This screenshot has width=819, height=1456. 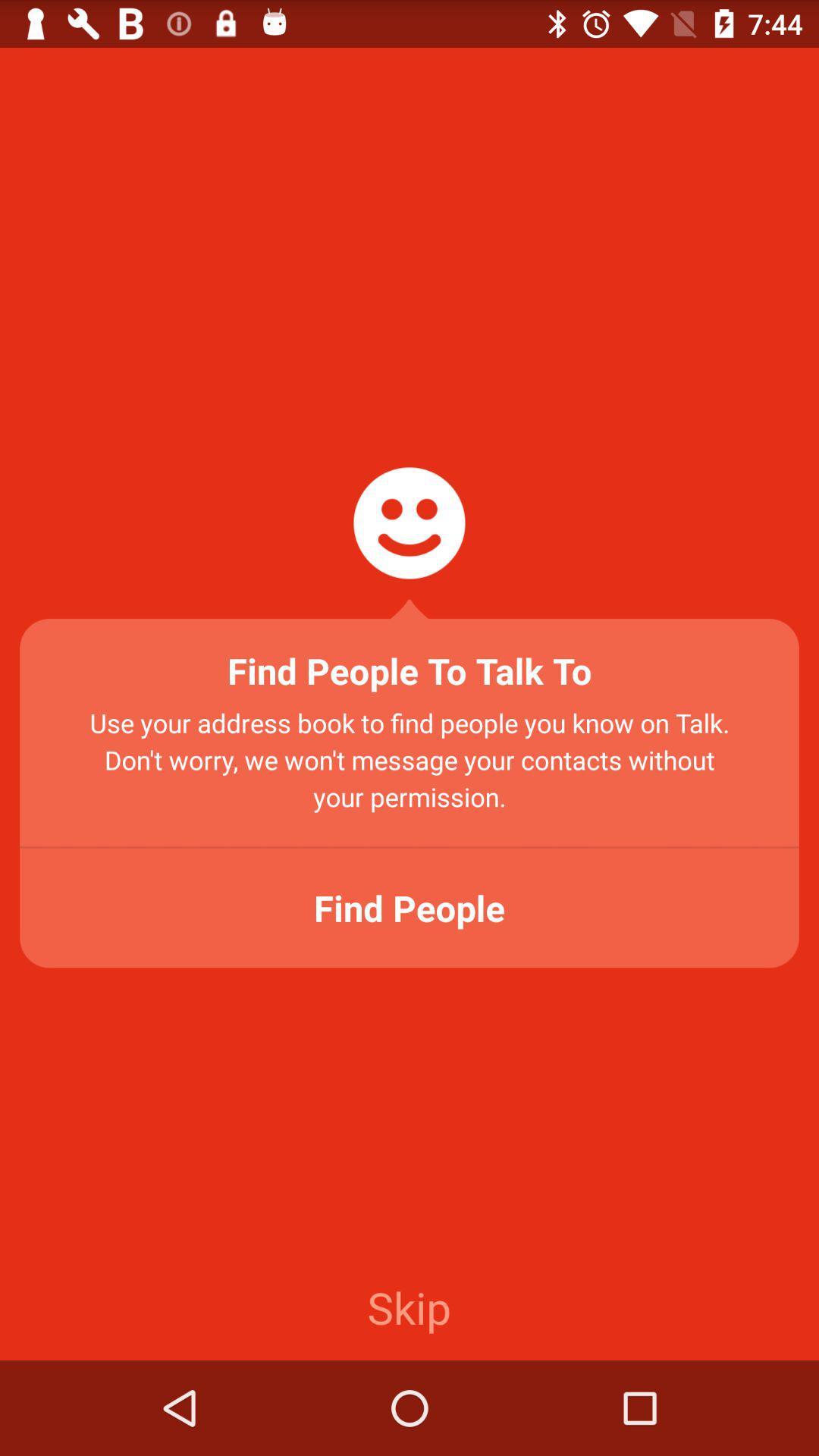 What do you see at coordinates (408, 1306) in the screenshot?
I see `the skip icon` at bounding box center [408, 1306].